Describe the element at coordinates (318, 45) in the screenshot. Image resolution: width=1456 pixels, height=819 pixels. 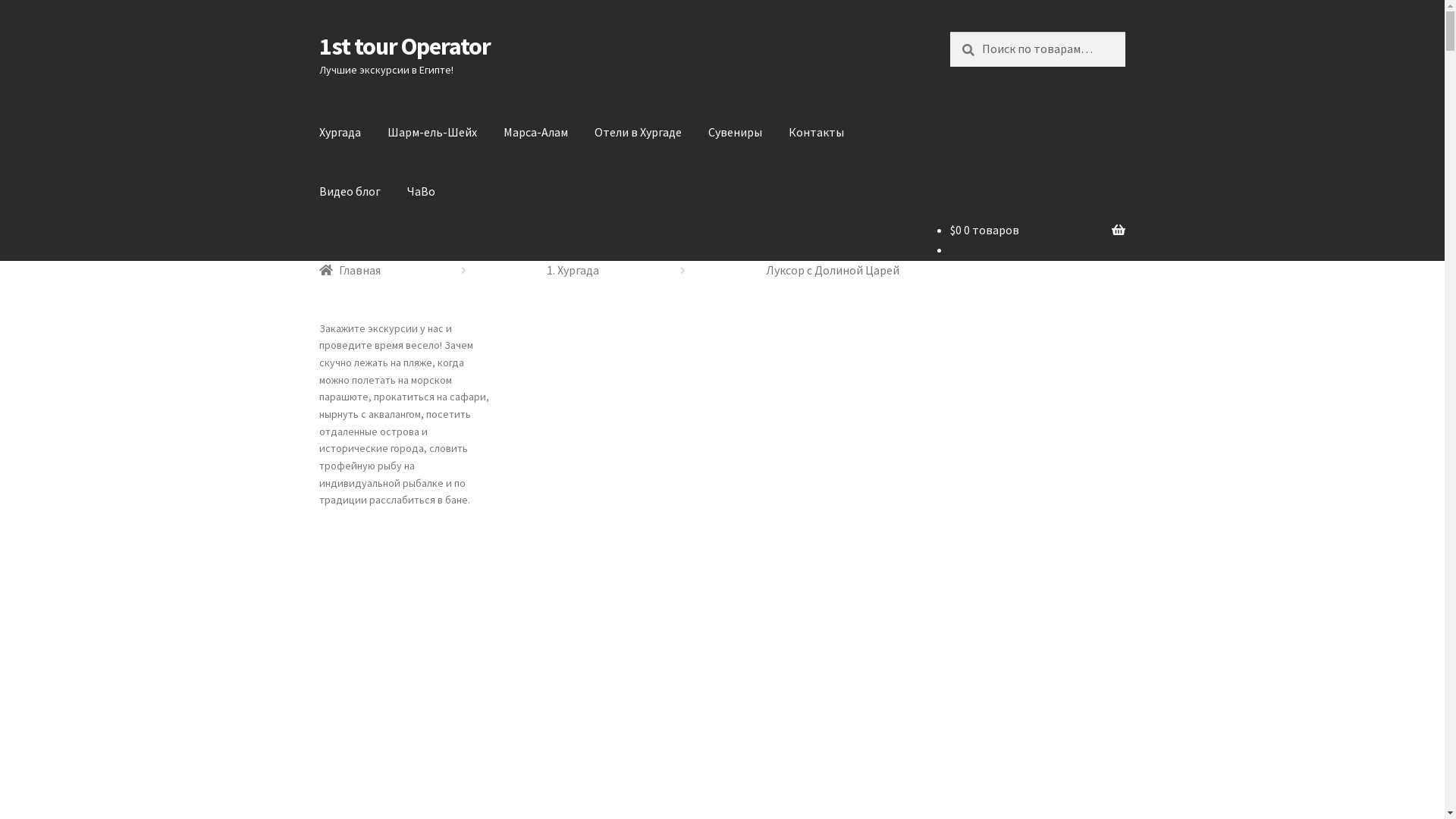
I see `'1st tour Operator'` at that location.